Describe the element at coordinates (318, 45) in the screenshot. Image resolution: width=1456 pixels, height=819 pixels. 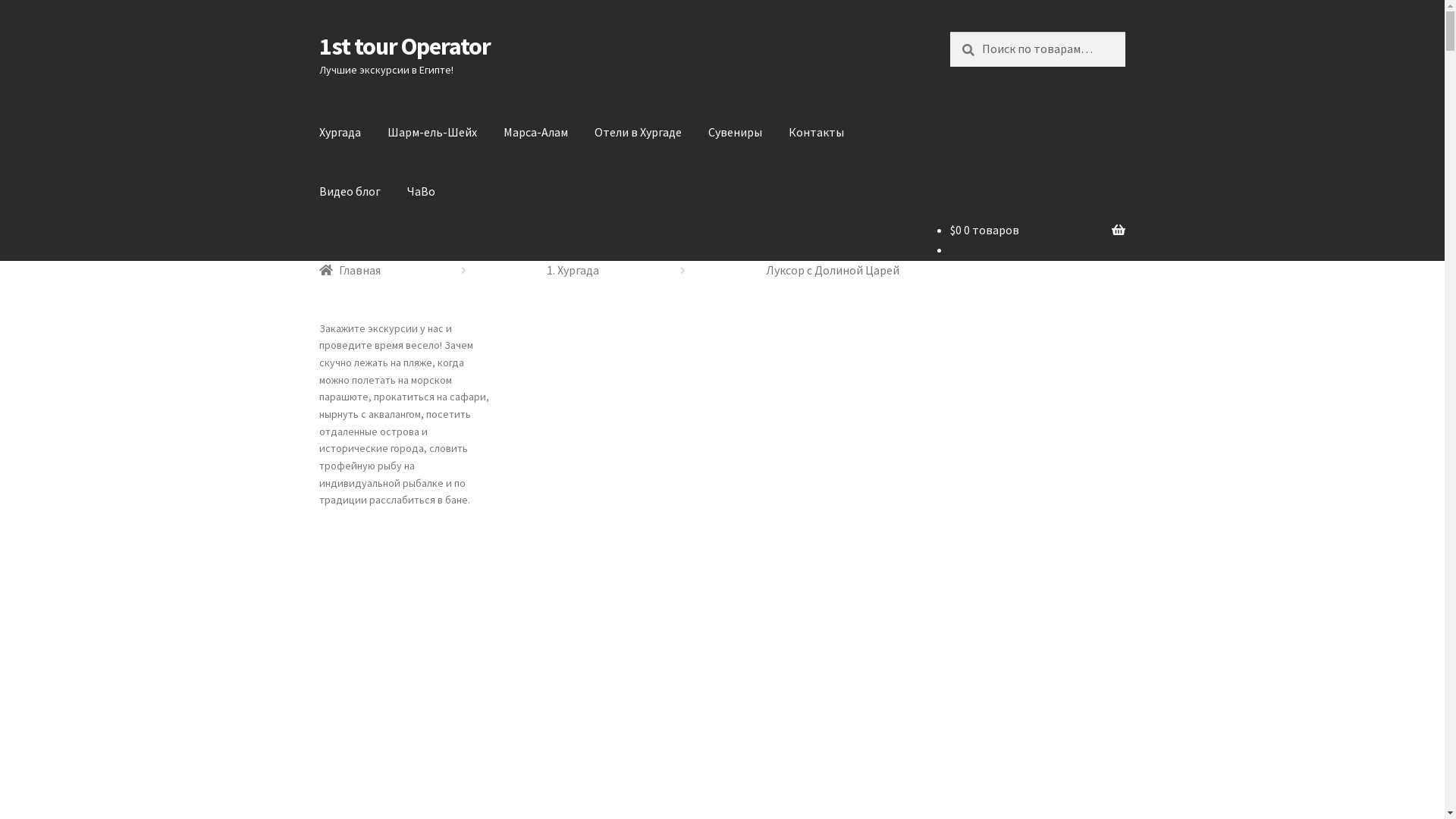
I see `'1st tour Operator'` at that location.